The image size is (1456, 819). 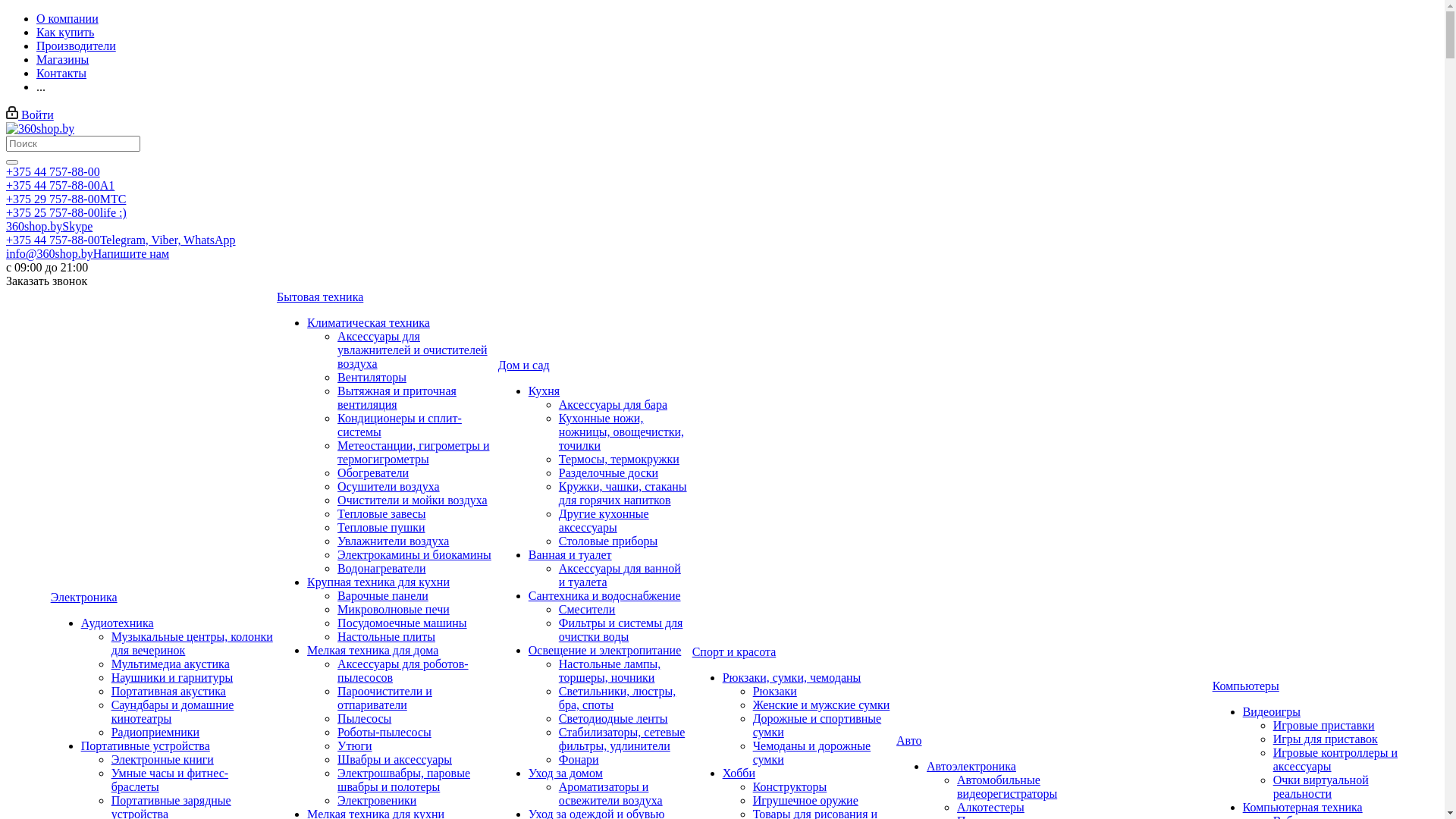 What do you see at coordinates (49, 226) in the screenshot?
I see `'360shop.bySkype'` at bounding box center [49, 226].